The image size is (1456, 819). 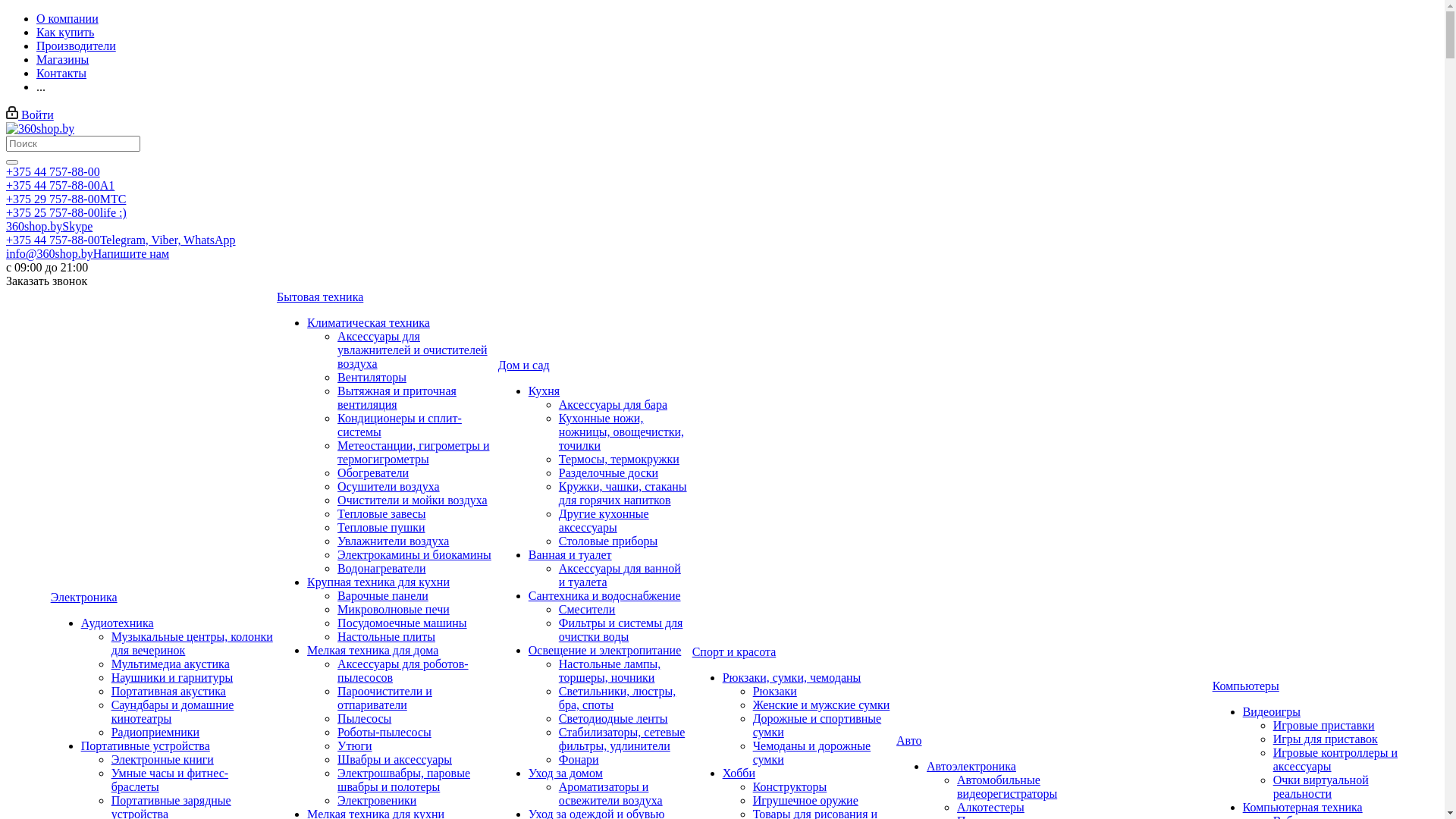 What do you see at coordinates (49, 226) in the screenshot?
I see `'360shop.bySkype'` at bounding box center [49, 226].